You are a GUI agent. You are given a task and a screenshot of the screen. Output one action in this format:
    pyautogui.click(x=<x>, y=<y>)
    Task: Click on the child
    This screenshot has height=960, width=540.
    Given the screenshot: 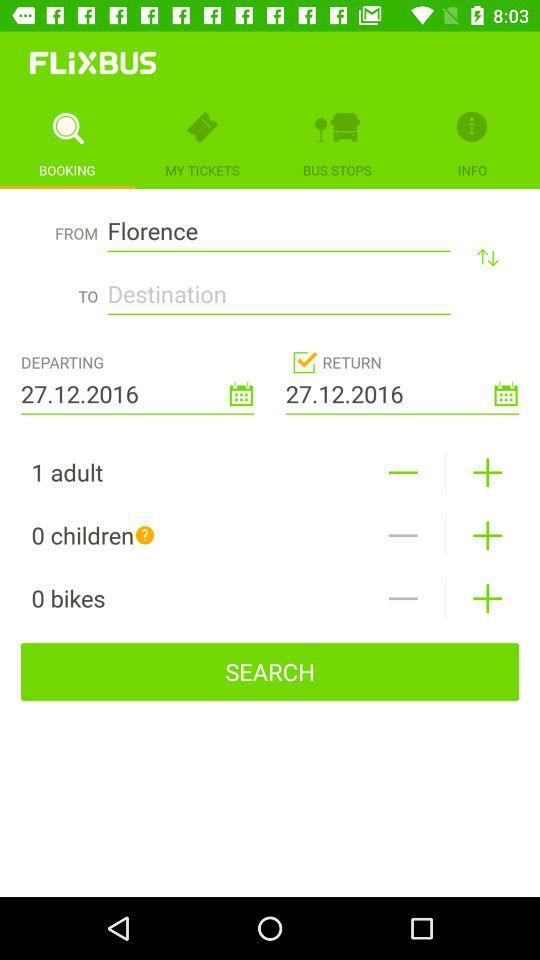 What is the action you would take?
    pyautogui.click(x=486, y=534)
    